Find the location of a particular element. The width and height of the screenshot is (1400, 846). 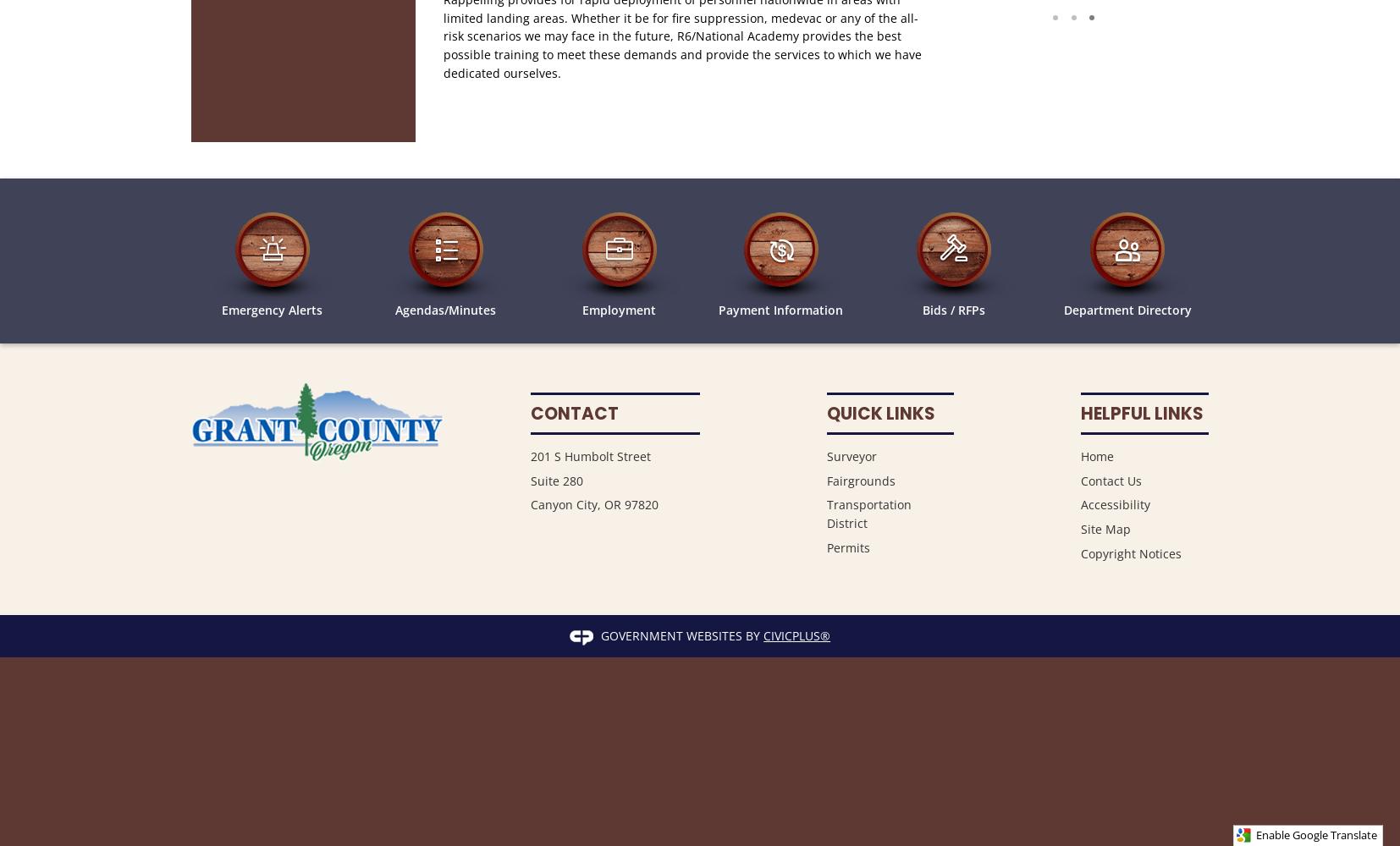

'Site Map' is located at coordinates (1105, 529).